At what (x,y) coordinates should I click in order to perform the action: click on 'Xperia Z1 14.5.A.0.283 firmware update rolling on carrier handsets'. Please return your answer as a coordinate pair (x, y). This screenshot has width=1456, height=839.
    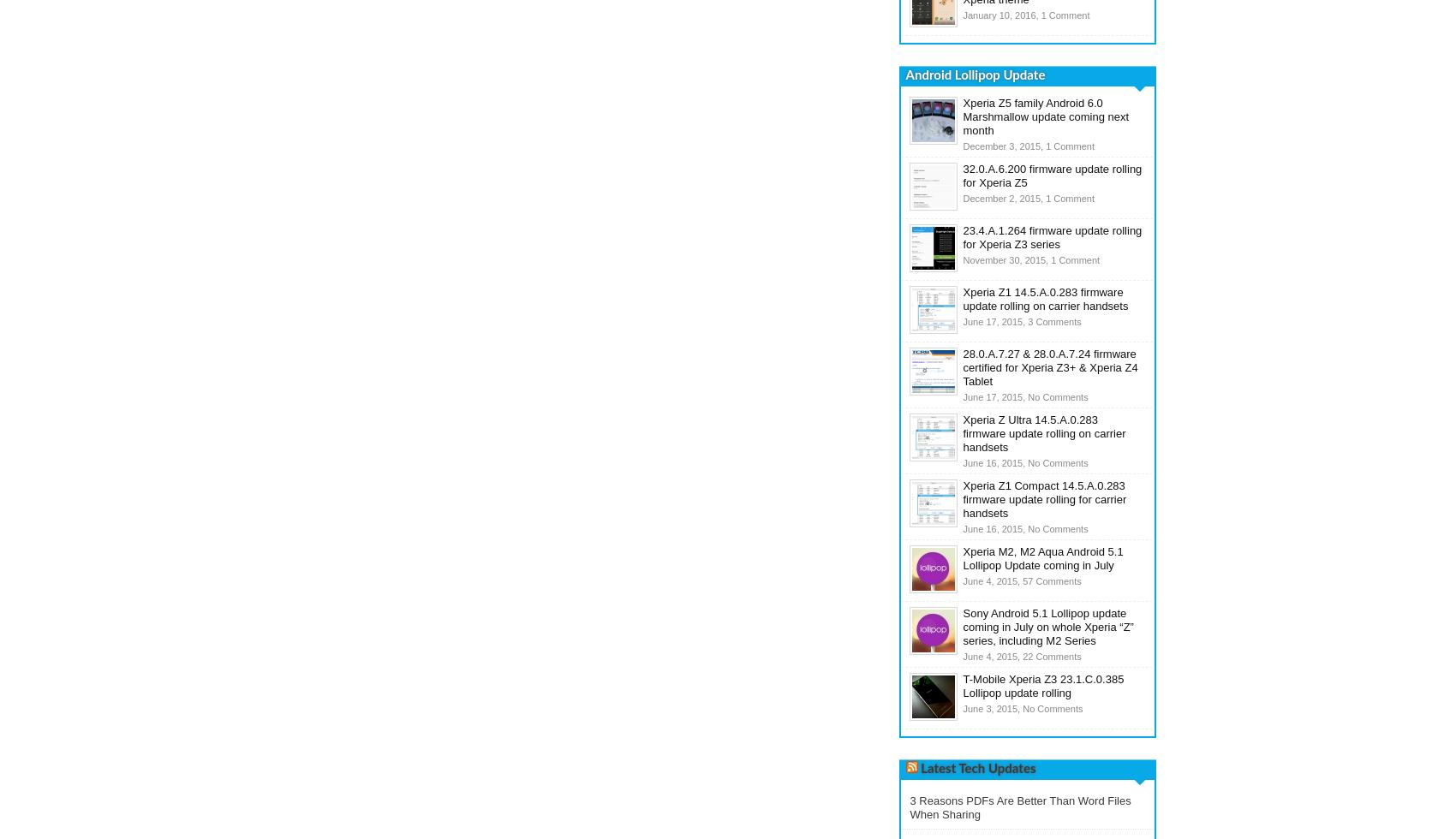
    Looking at the image, I should click on (963, 299).